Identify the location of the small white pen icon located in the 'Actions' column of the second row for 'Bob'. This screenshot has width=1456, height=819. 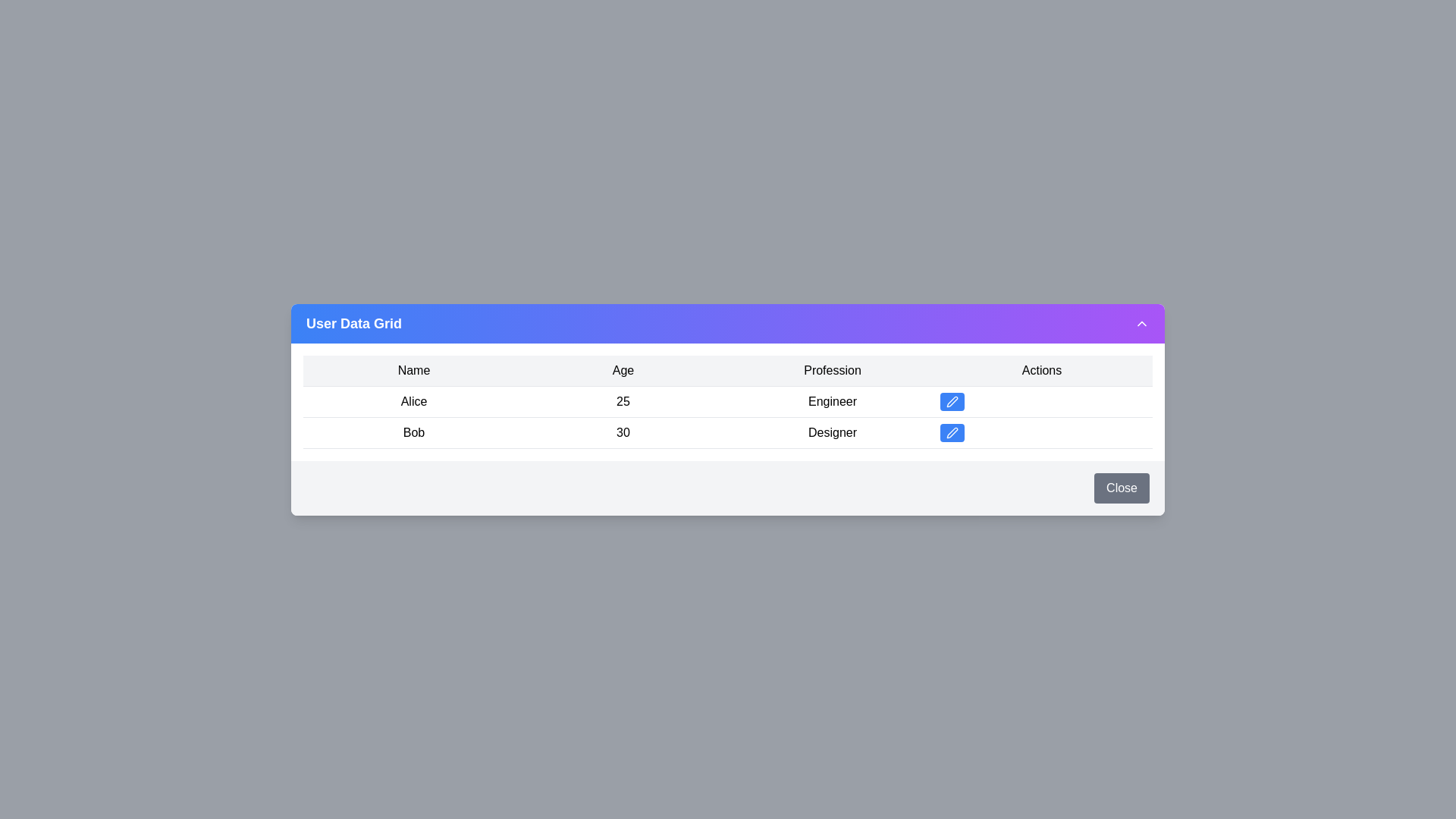
(952, 432).